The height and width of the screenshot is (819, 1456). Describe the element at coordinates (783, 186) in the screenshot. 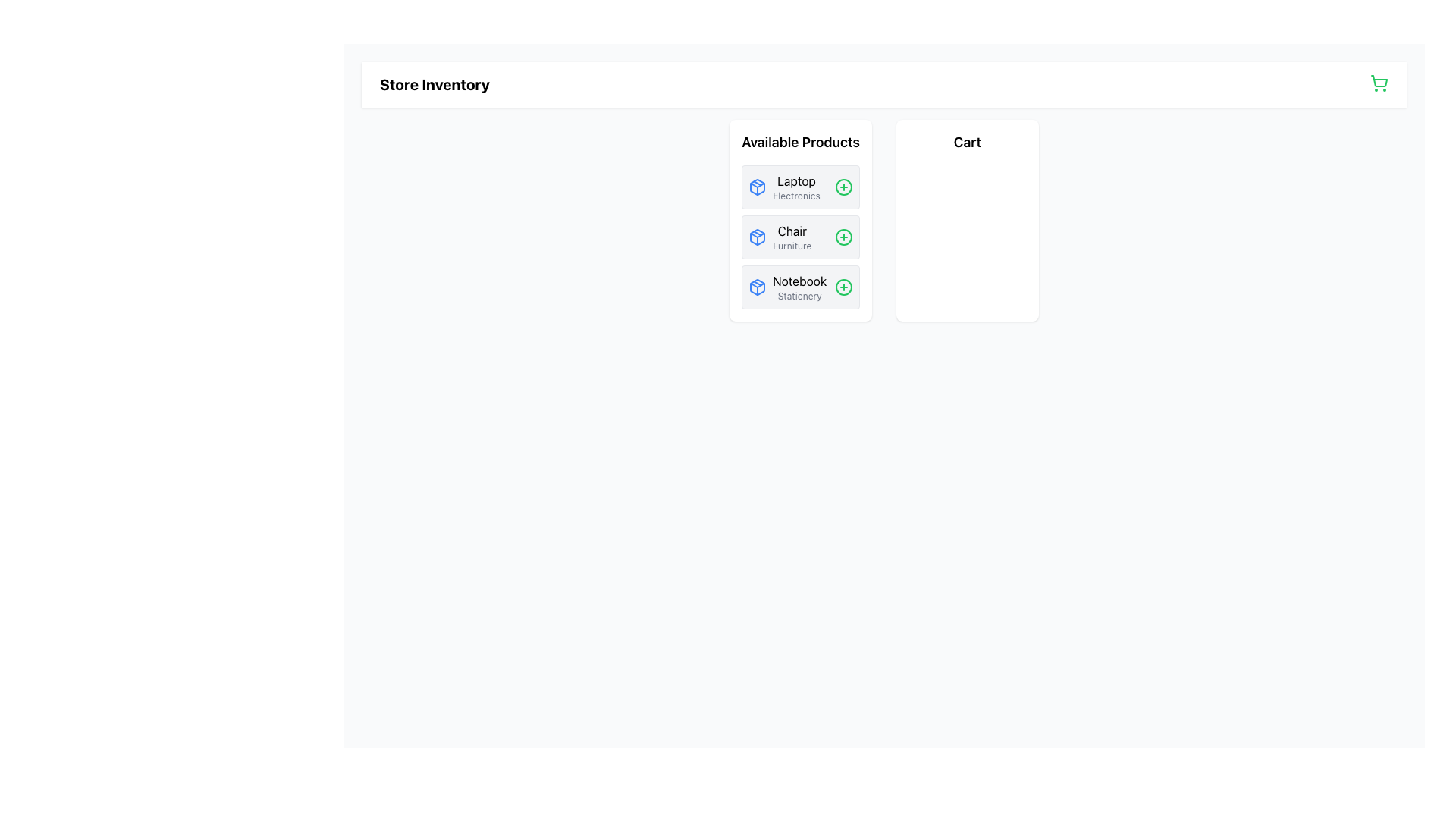

I see `the 'Laptop' product entry in the 'Available Products' list` at that location.